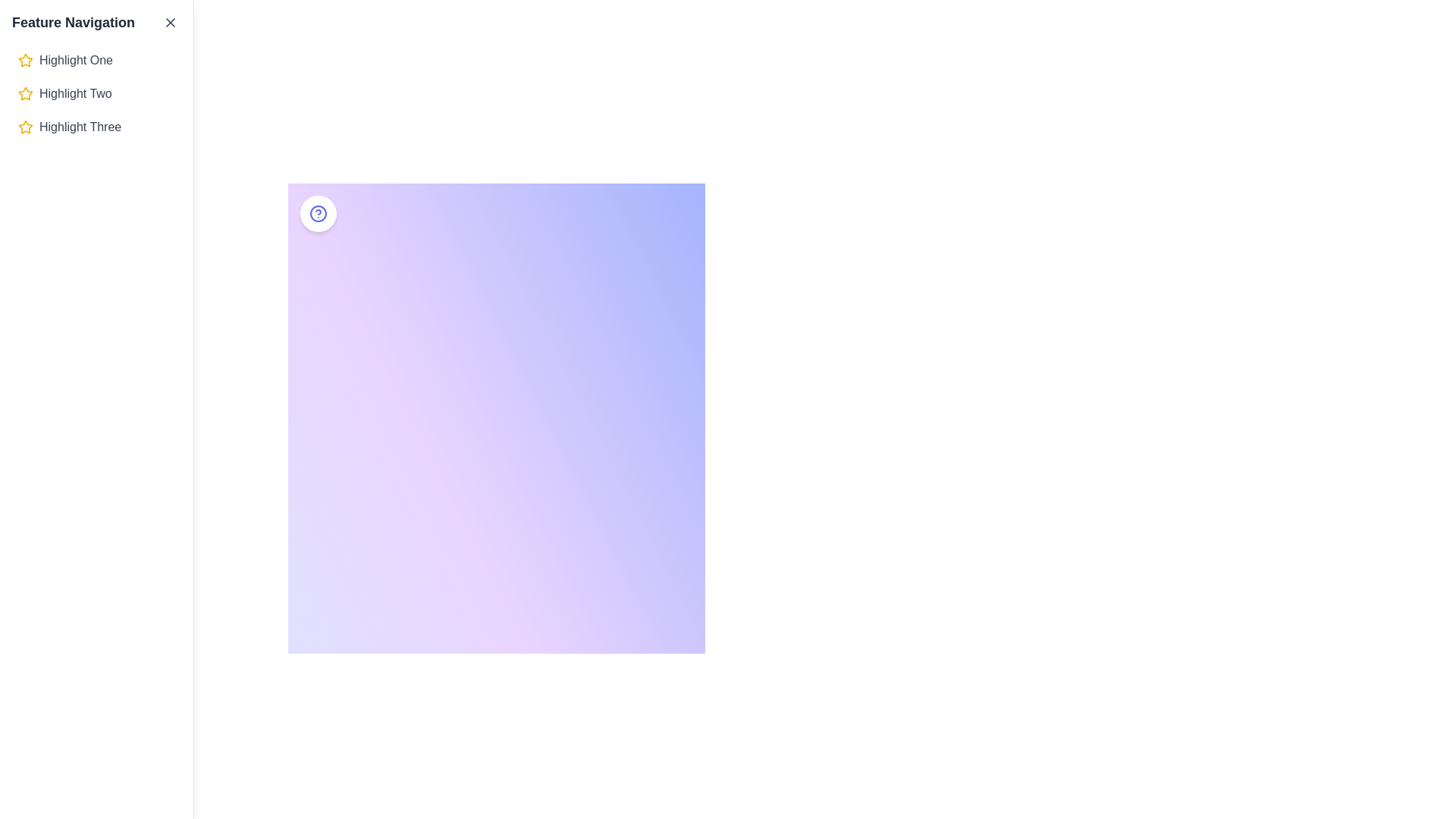  Describe the element at coordinates (318, 213) in the screenshot. I see `the SVG circle graphic element that serves as a visual component of a help or support icon, providing contextual information to the user` at that location.